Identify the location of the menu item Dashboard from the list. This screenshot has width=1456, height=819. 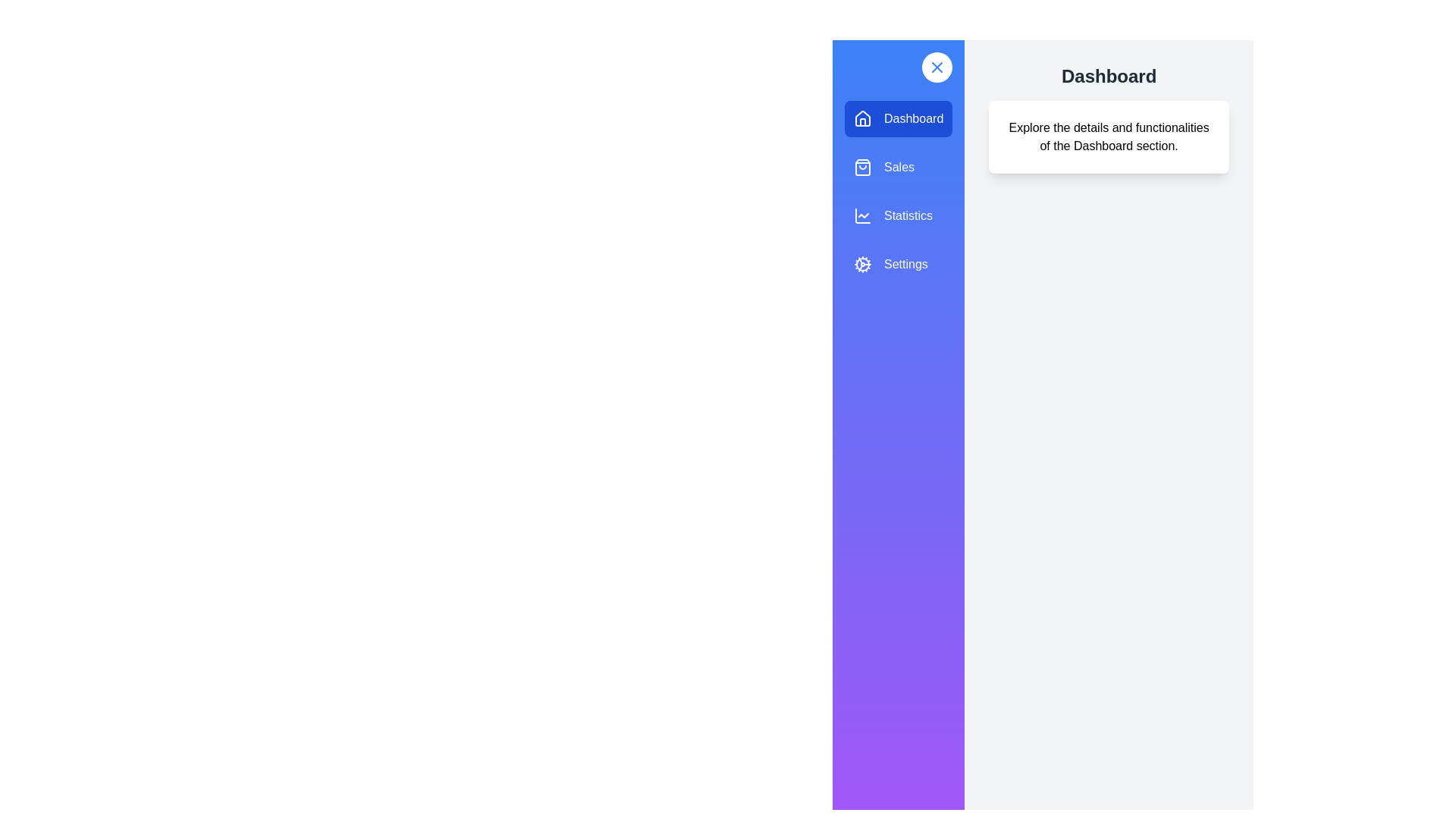
(899, 118).